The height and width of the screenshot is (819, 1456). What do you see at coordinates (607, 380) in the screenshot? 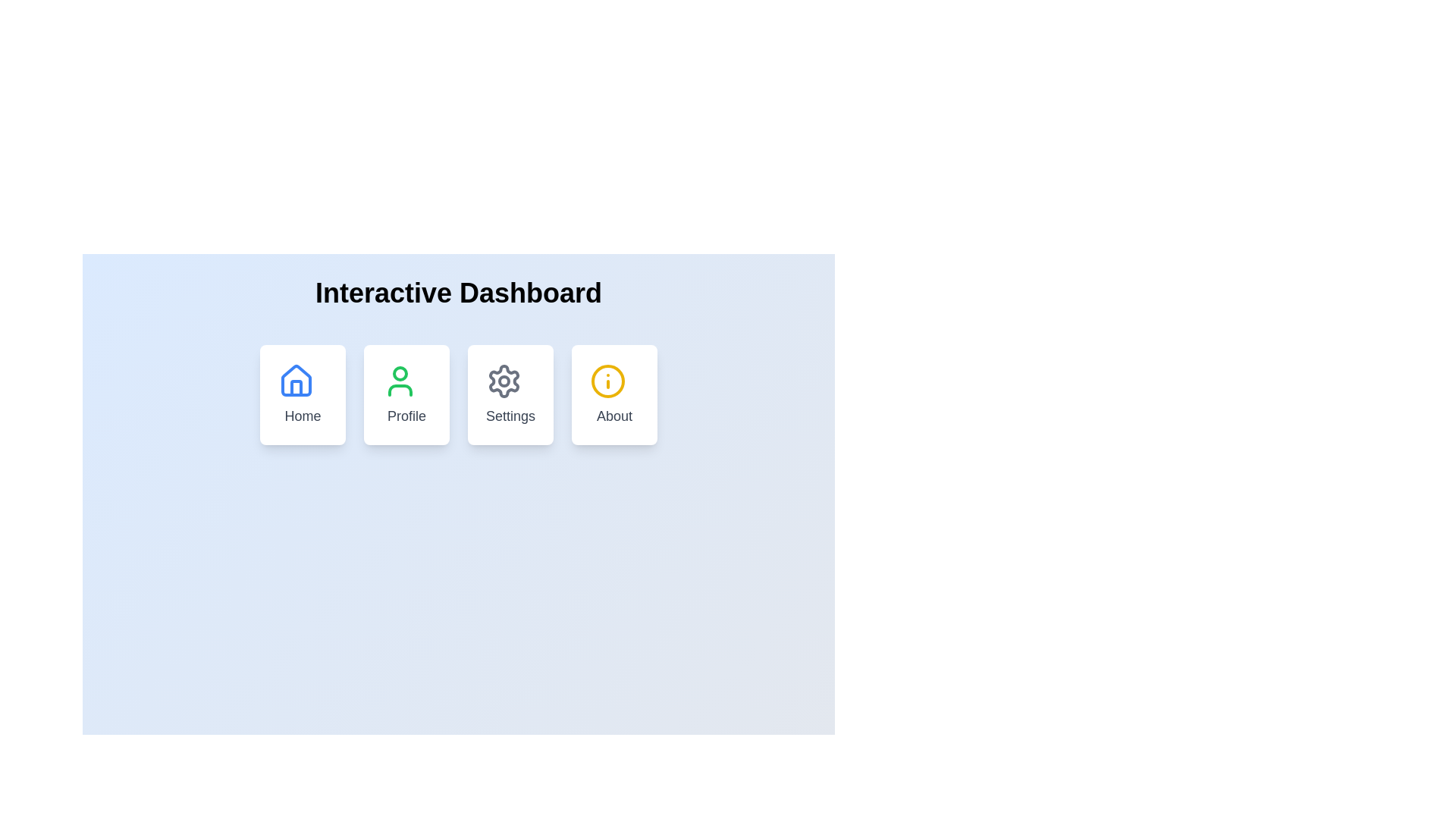
I see `the yellow circle with an exclamation mark inside, located in the 'About' card at the far right of the row of cards` at bounding box center [607, 380].